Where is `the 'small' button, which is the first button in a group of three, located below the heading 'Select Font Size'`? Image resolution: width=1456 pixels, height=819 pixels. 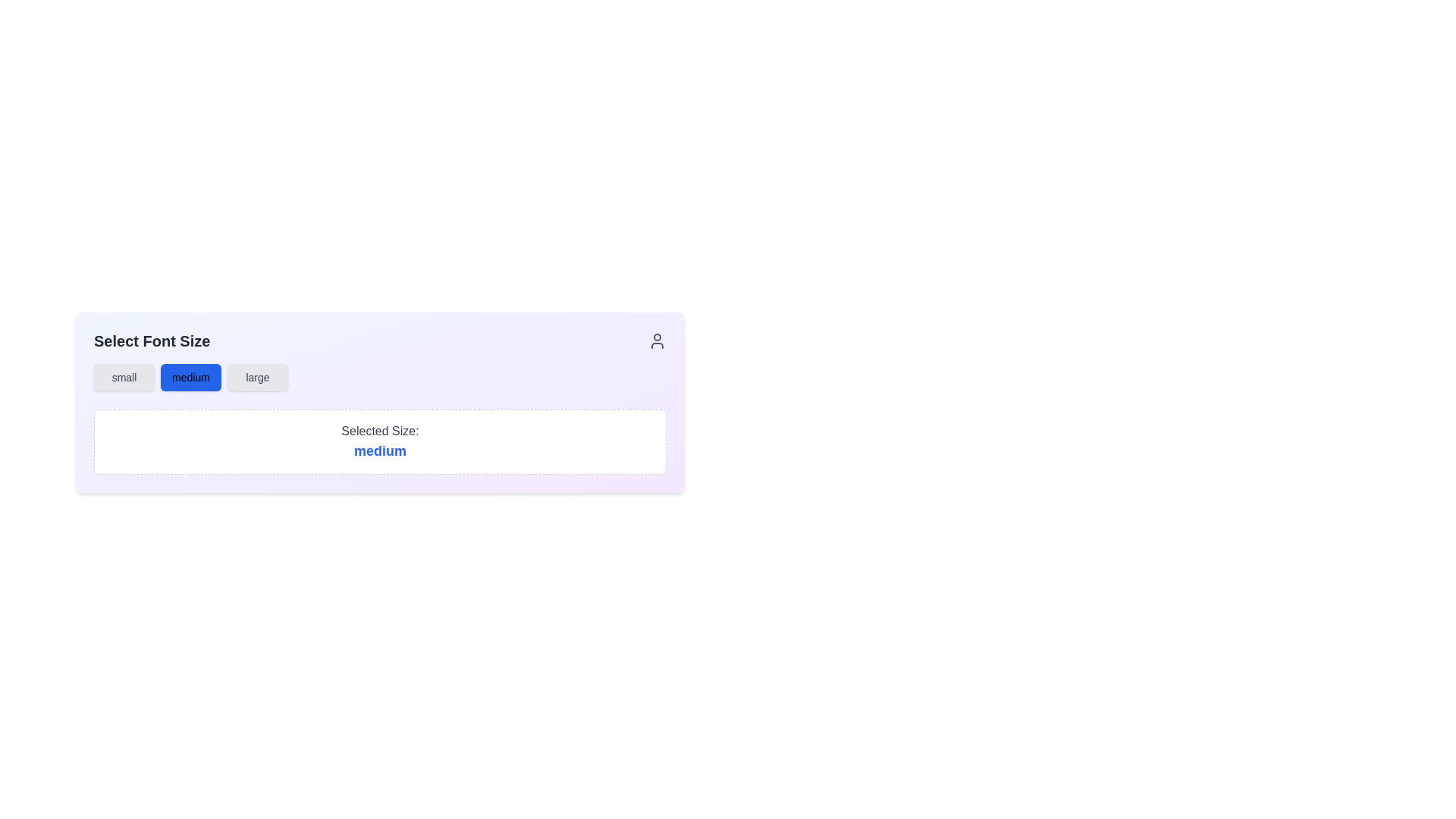
the 'small' button, which is the first button in a group of three, located below the heading 'Select Font Size' is located at coordinates (124, 376).